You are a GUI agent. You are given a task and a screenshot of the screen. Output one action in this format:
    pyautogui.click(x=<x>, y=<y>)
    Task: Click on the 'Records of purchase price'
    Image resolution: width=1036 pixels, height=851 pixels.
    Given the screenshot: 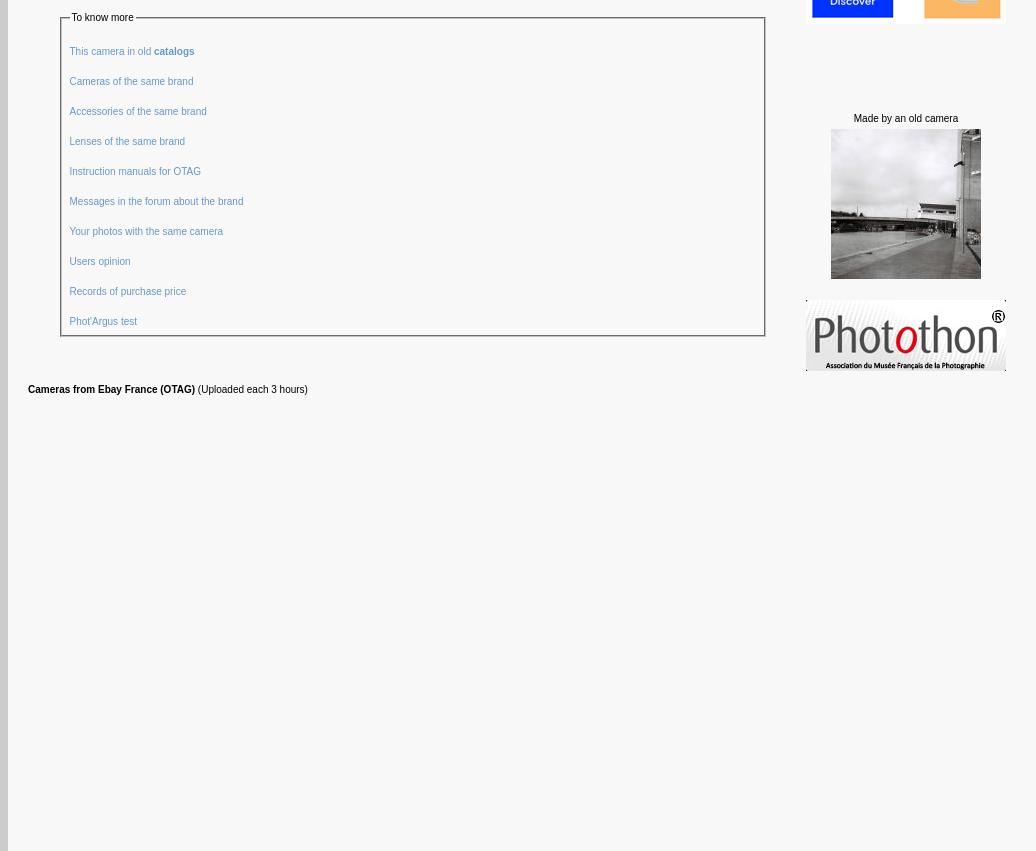 What is the action you would take?
    pyautogui.click(x=128, y=290)
    